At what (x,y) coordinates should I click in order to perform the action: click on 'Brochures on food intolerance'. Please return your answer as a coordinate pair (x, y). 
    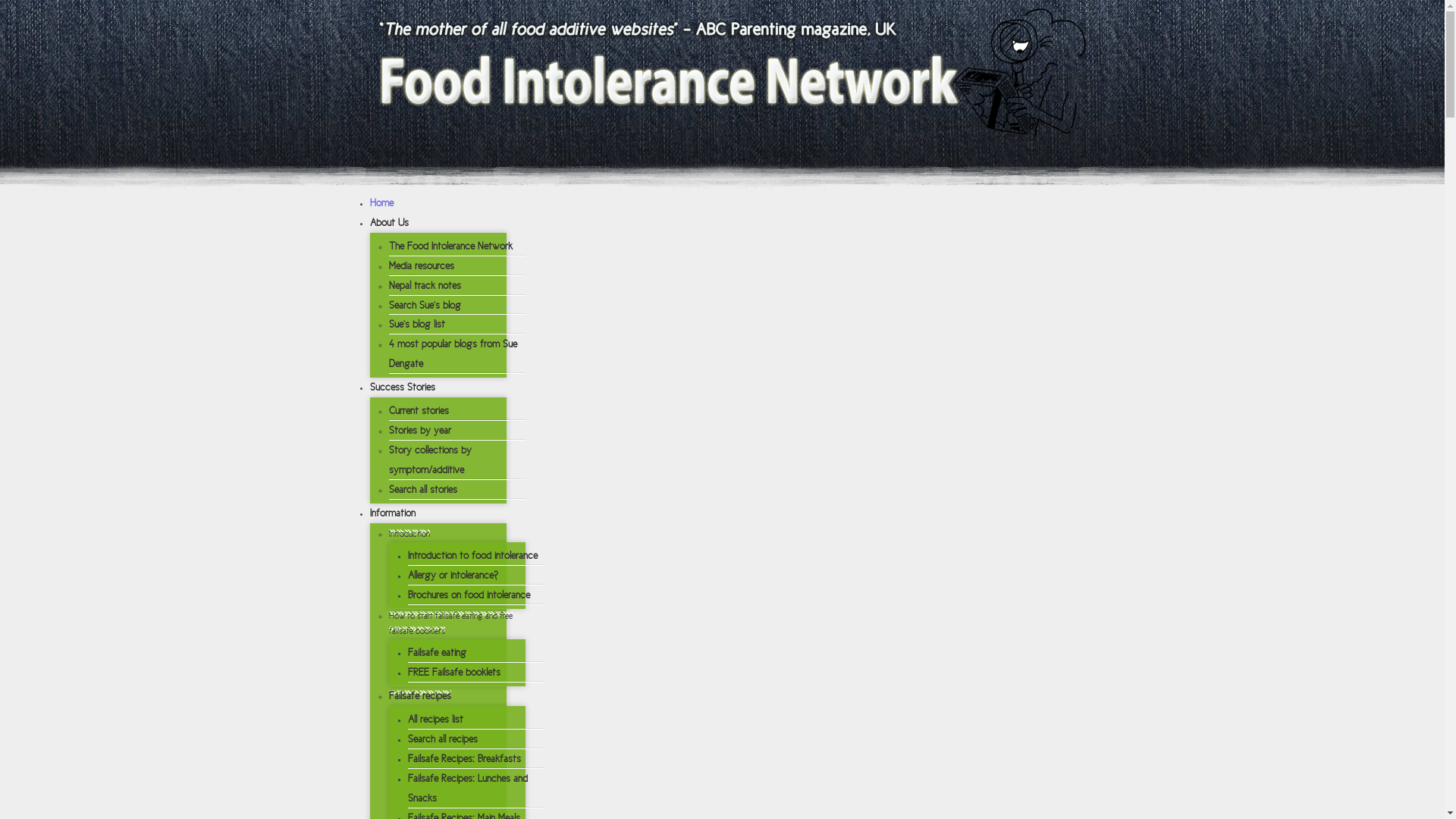
    Looking at the image, I should click on (407, 594).